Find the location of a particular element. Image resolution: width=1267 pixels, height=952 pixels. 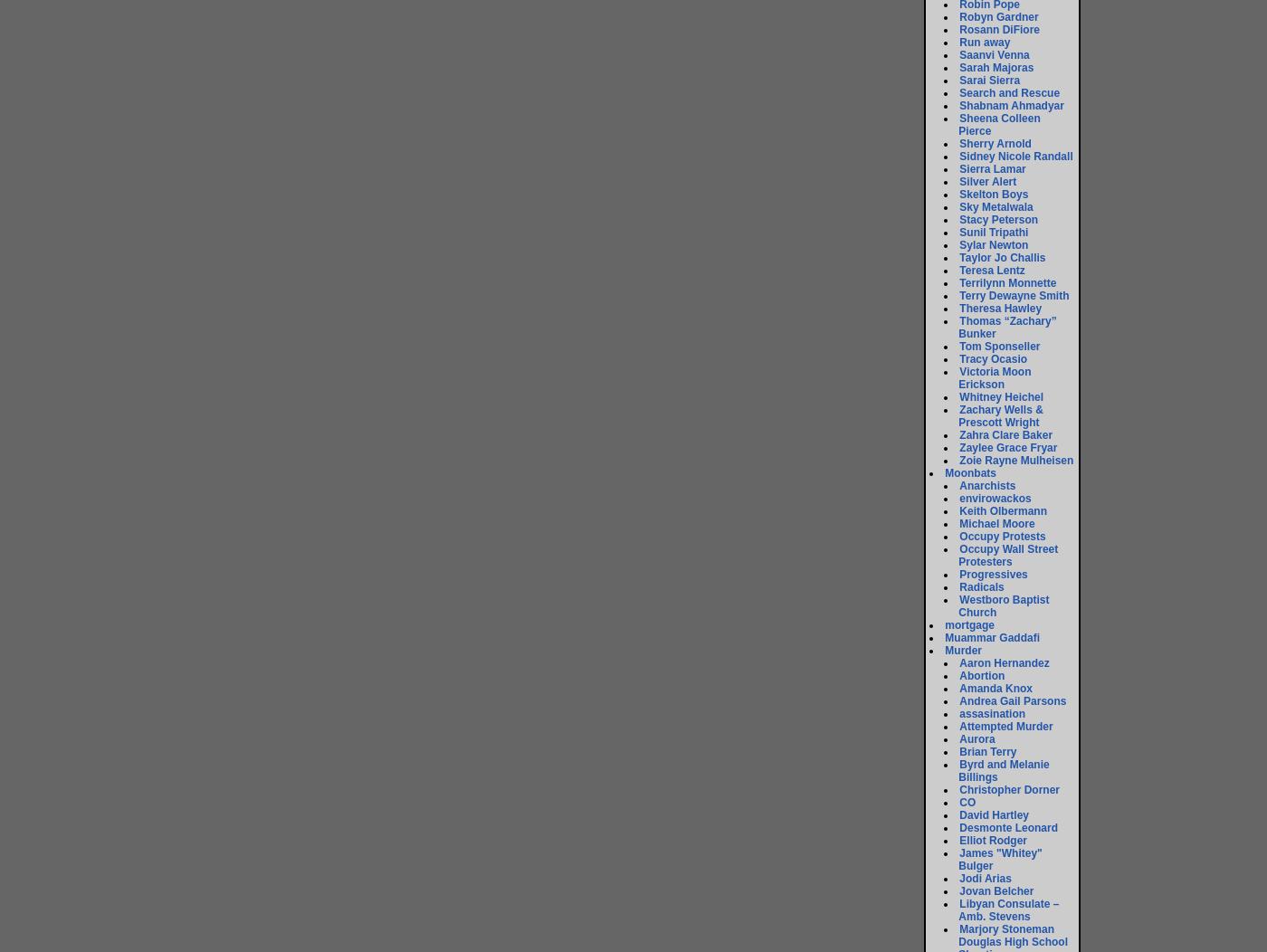

'Shabnam Ahmadyar' is located at coordinates (1011, 105).